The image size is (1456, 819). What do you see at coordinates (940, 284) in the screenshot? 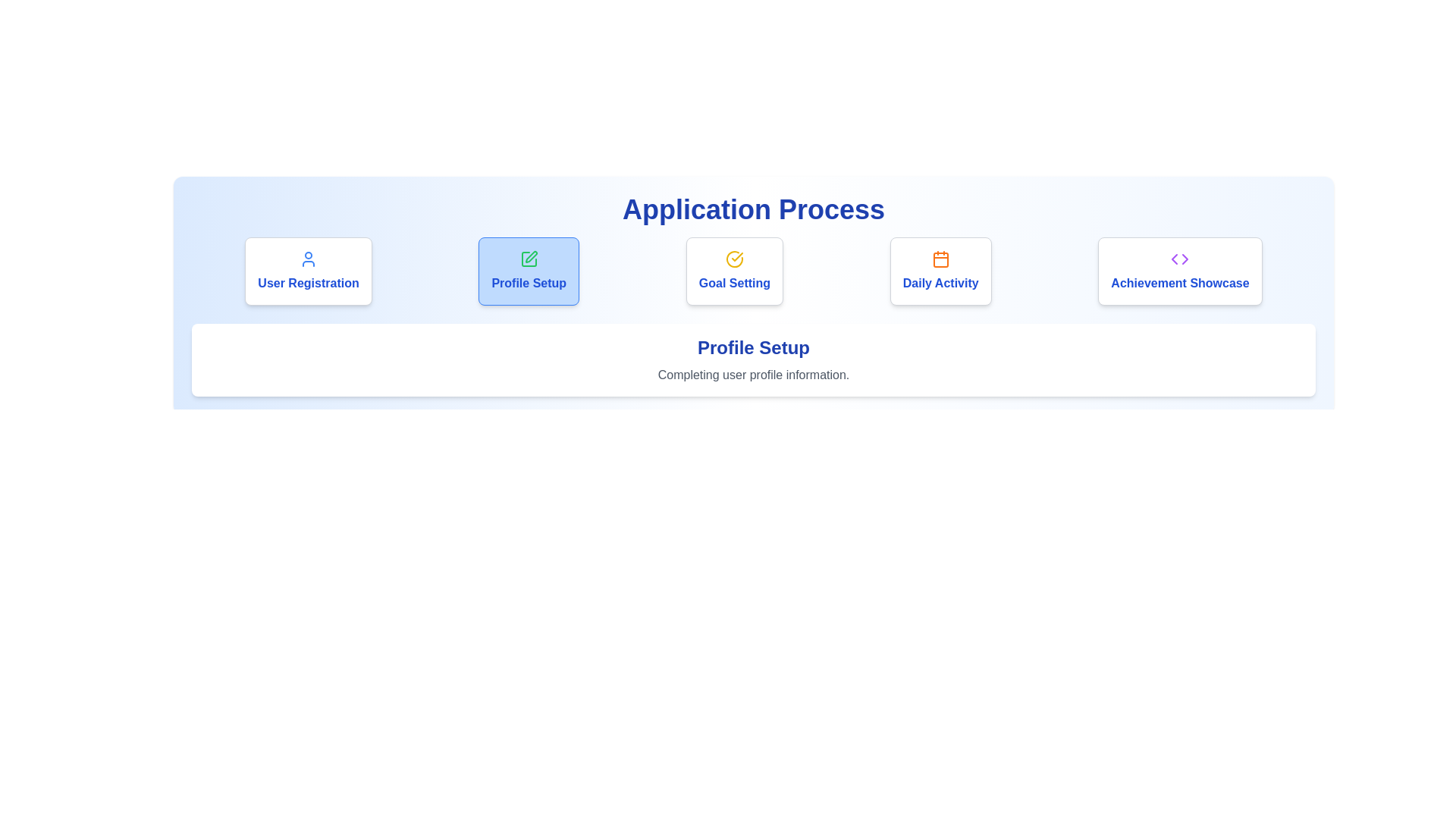
I see `the 'Daily Activity' text label located in the bottom portion of the card in the fourth column, which is identified by the orange calendar icon above it` at bounding box center [940, 284].